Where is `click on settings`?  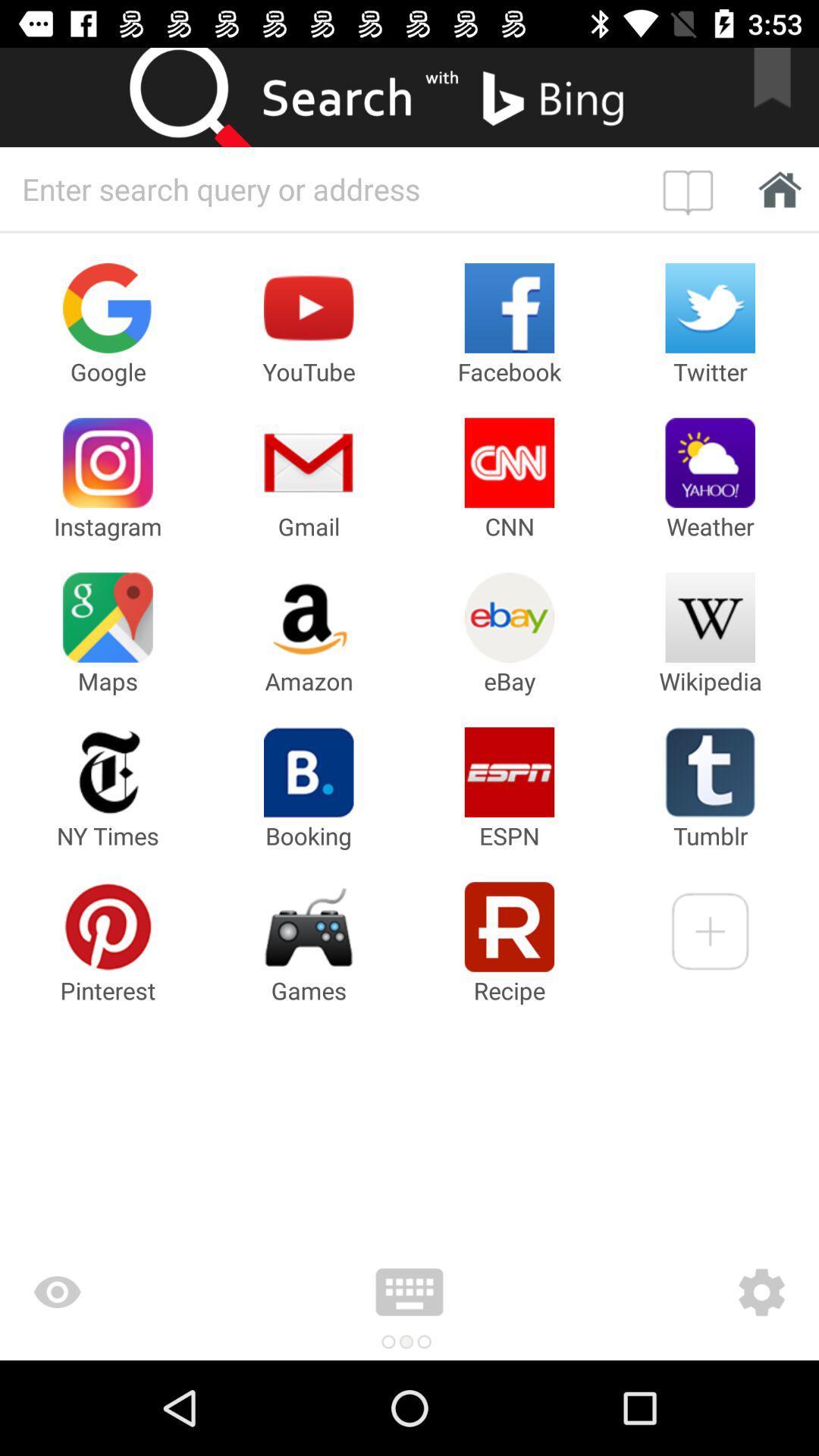
click on settings is located at coordinates (671, 1291).